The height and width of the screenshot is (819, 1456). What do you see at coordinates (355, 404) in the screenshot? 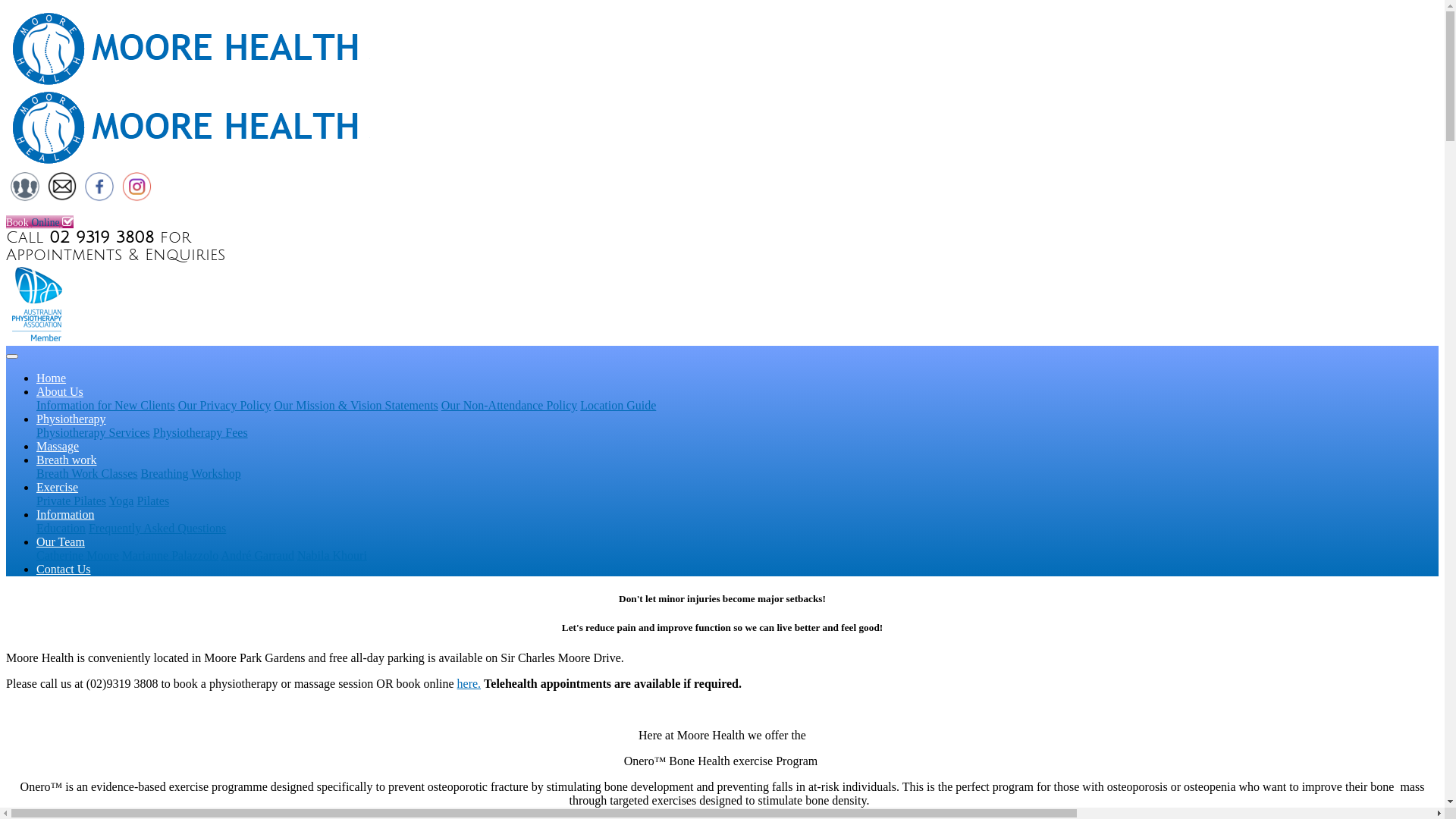
I see `'Our Mission & Vision Statements'` at bounding box center [355, 404].